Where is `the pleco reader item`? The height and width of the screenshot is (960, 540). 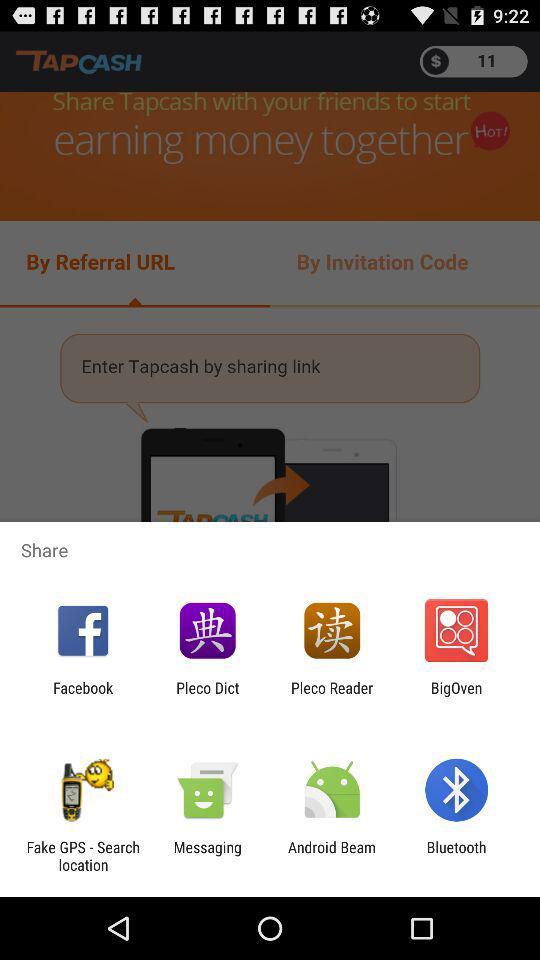 the pleco reader item is located at coordinates (332, 696).